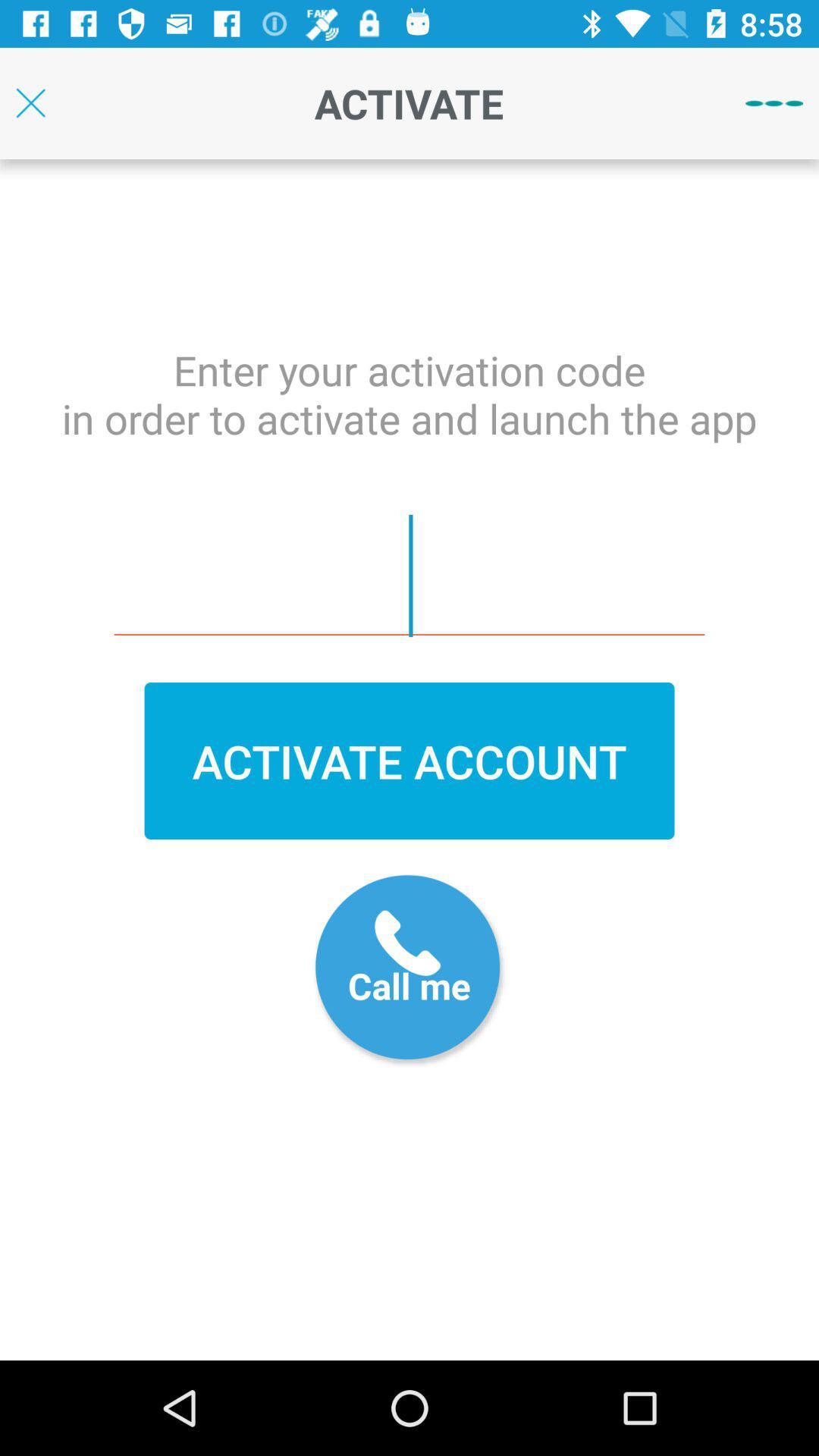  What do you see at coordinates (409, 971) in the screenshot?
I see `call button` at bounding box center [409, 971].